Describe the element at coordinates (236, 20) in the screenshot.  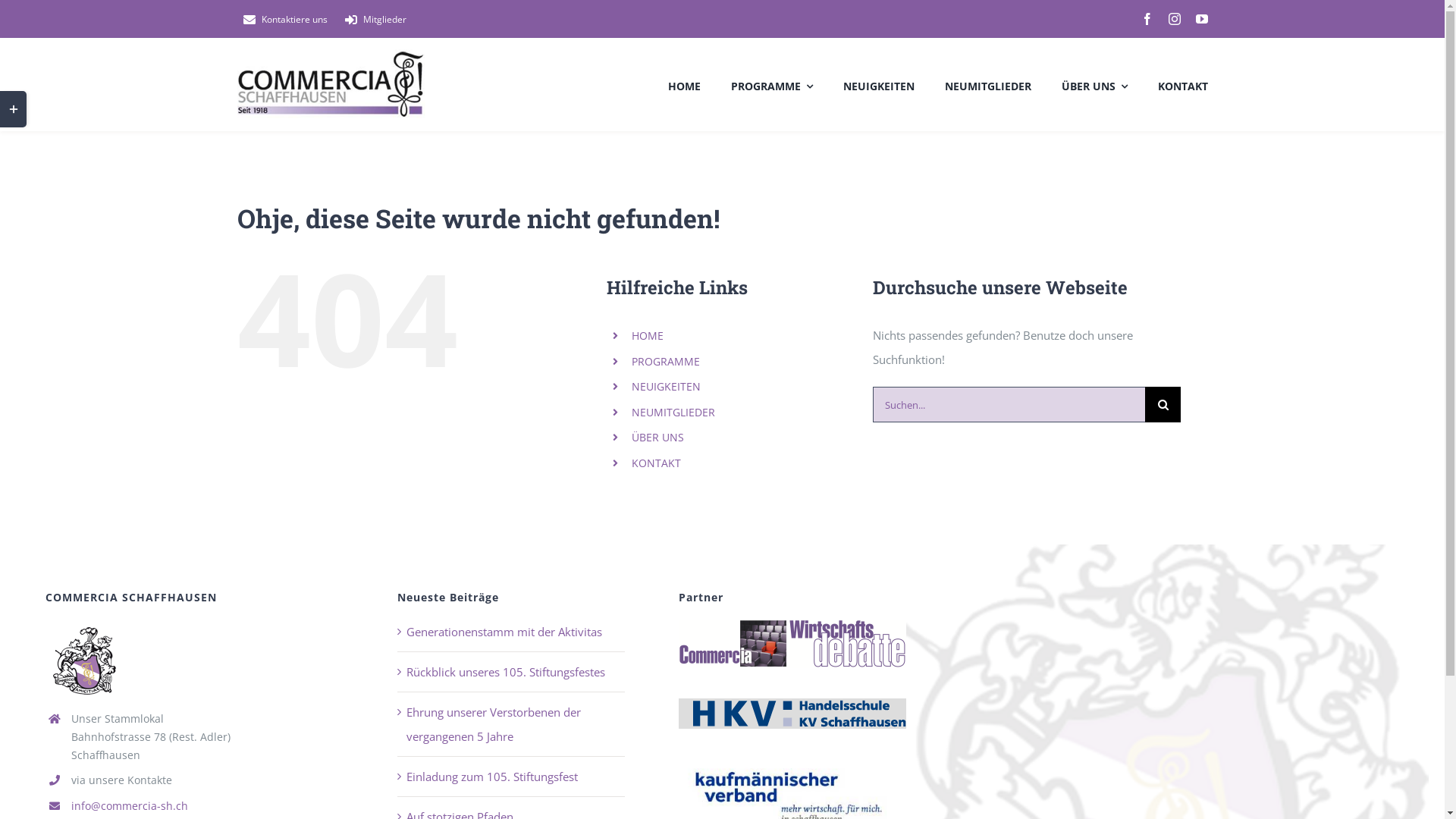
I see `'Kontaktiere uns'` at that location.